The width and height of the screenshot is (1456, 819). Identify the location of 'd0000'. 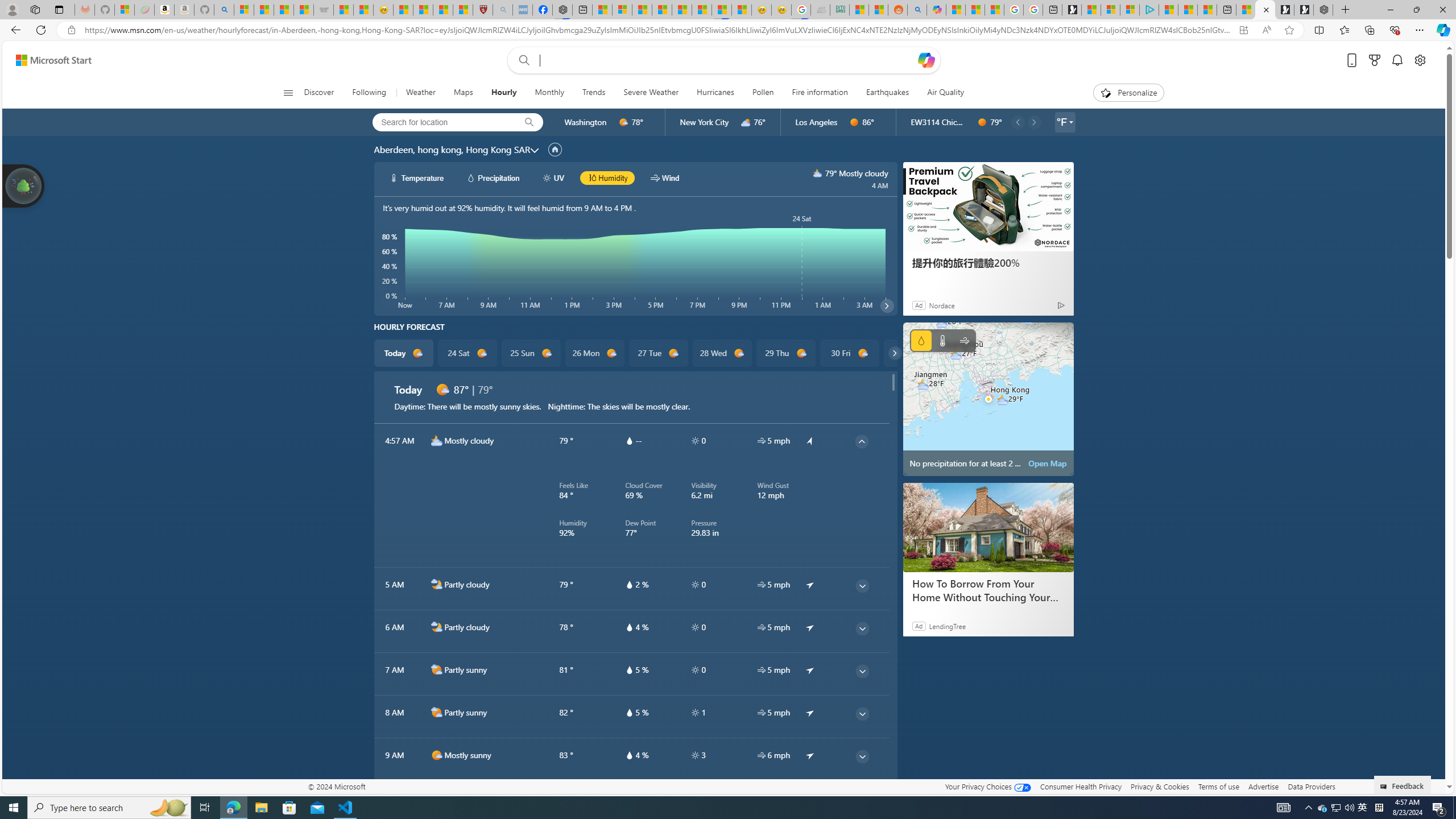
(981, 122).